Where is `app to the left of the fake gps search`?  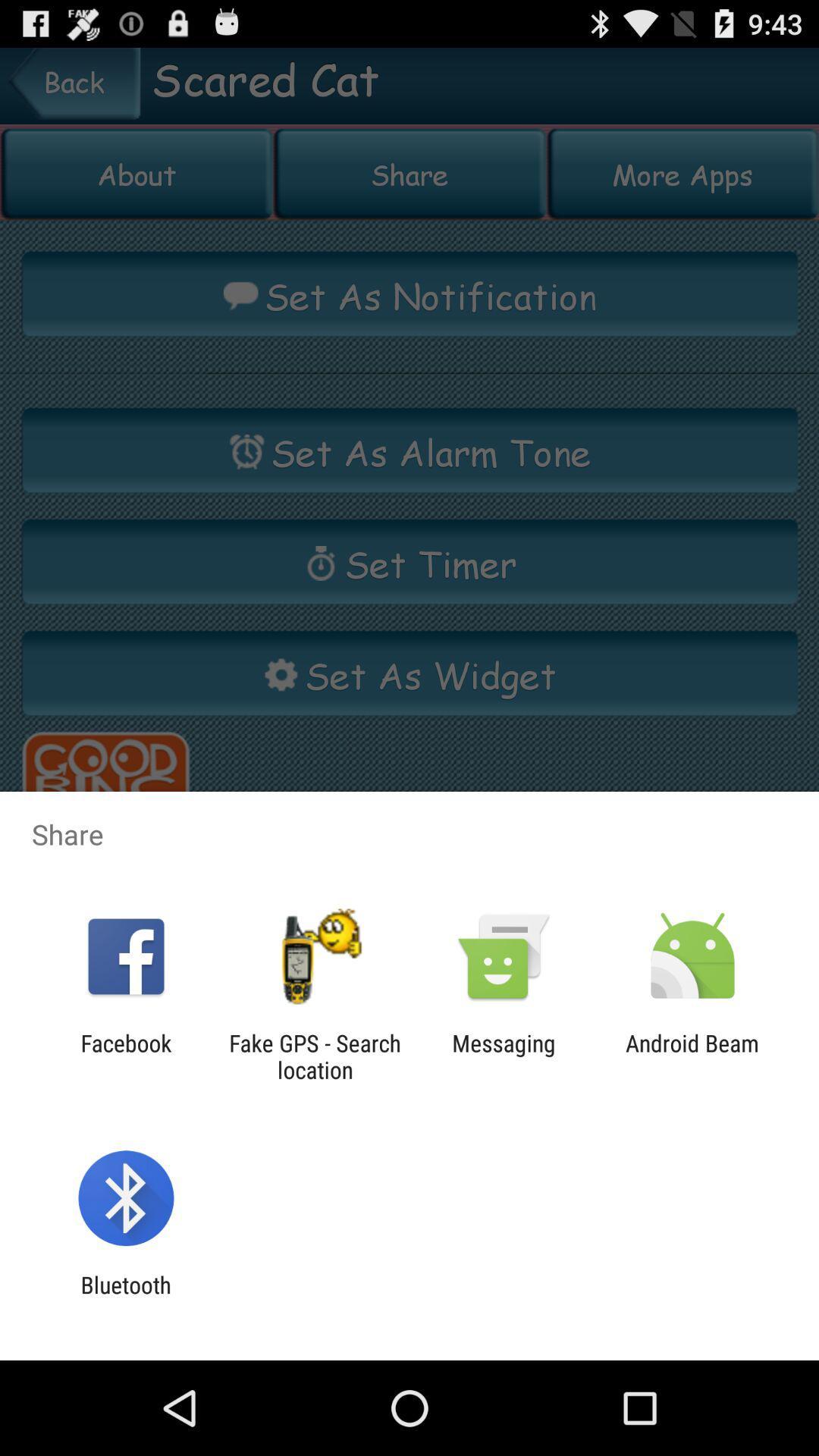
app to the left of the fake gps search is located at coordinates (125, 1056).